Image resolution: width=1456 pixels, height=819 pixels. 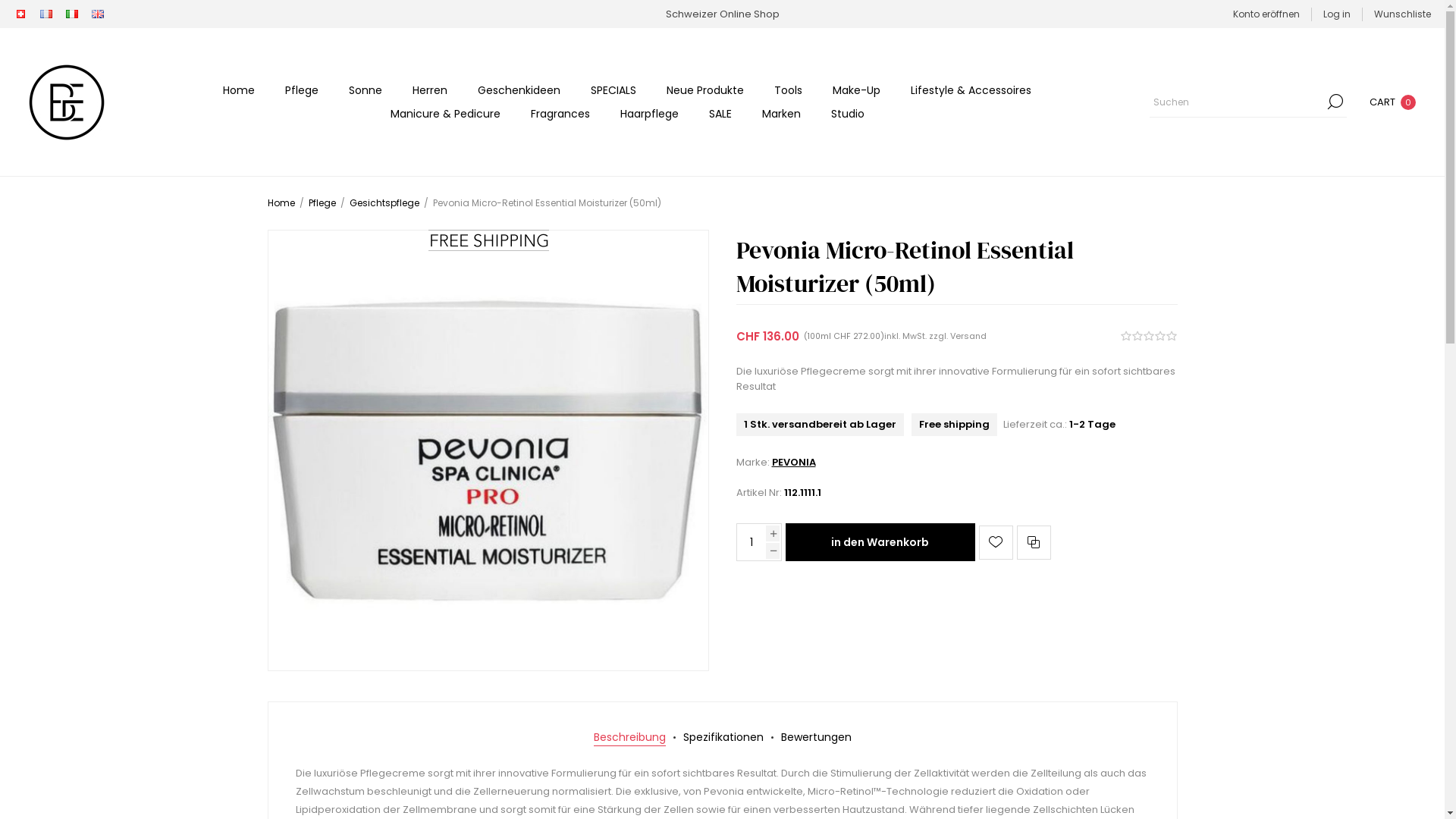 What do you see at coordinates (488, 450) in the screenshot?
I see `'Bild von Pevonia Micro-Retinol Essential Moisturizer (50ml)'` at bounding box center [488, 450].